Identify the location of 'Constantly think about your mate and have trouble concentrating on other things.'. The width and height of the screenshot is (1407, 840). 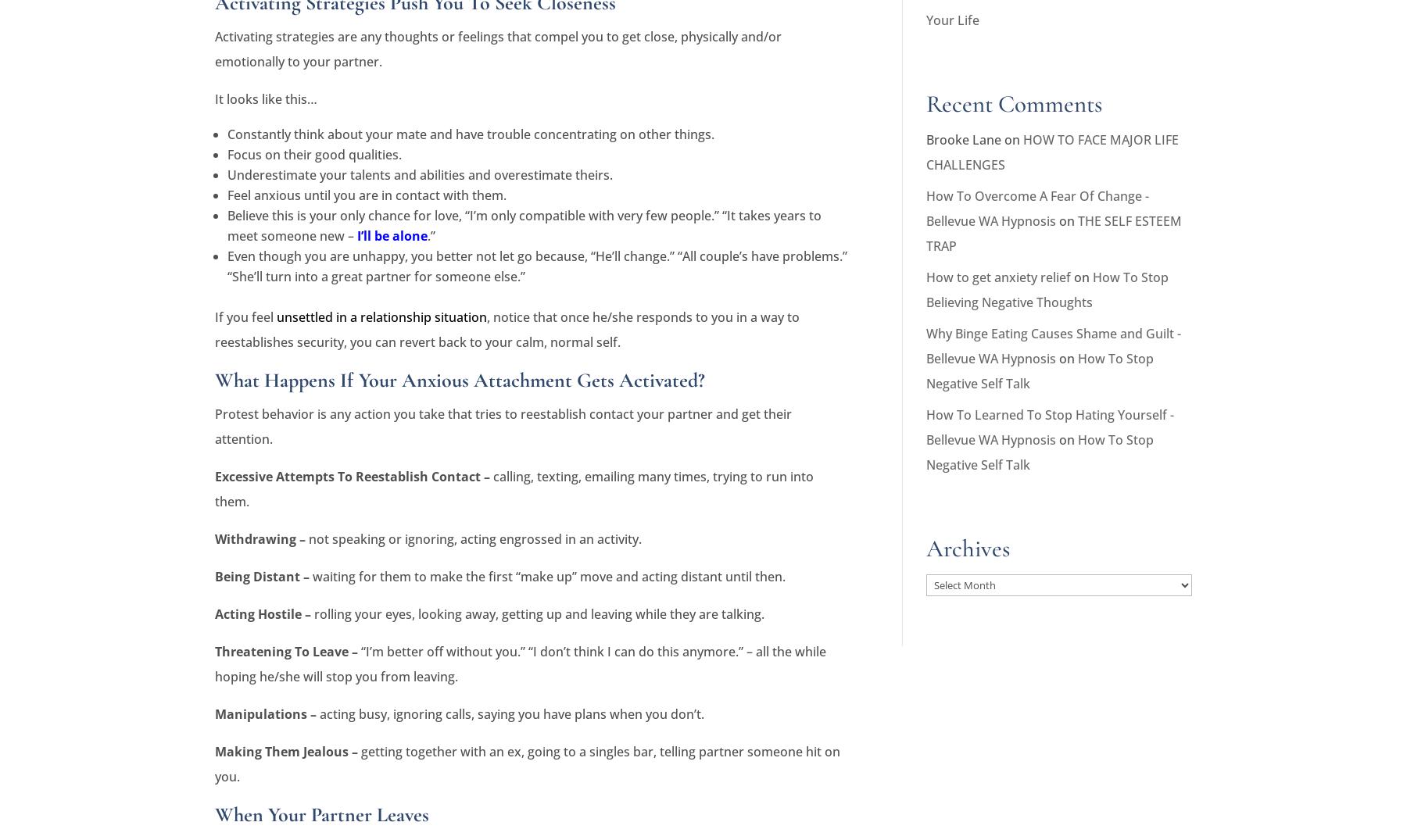
(471, 134).